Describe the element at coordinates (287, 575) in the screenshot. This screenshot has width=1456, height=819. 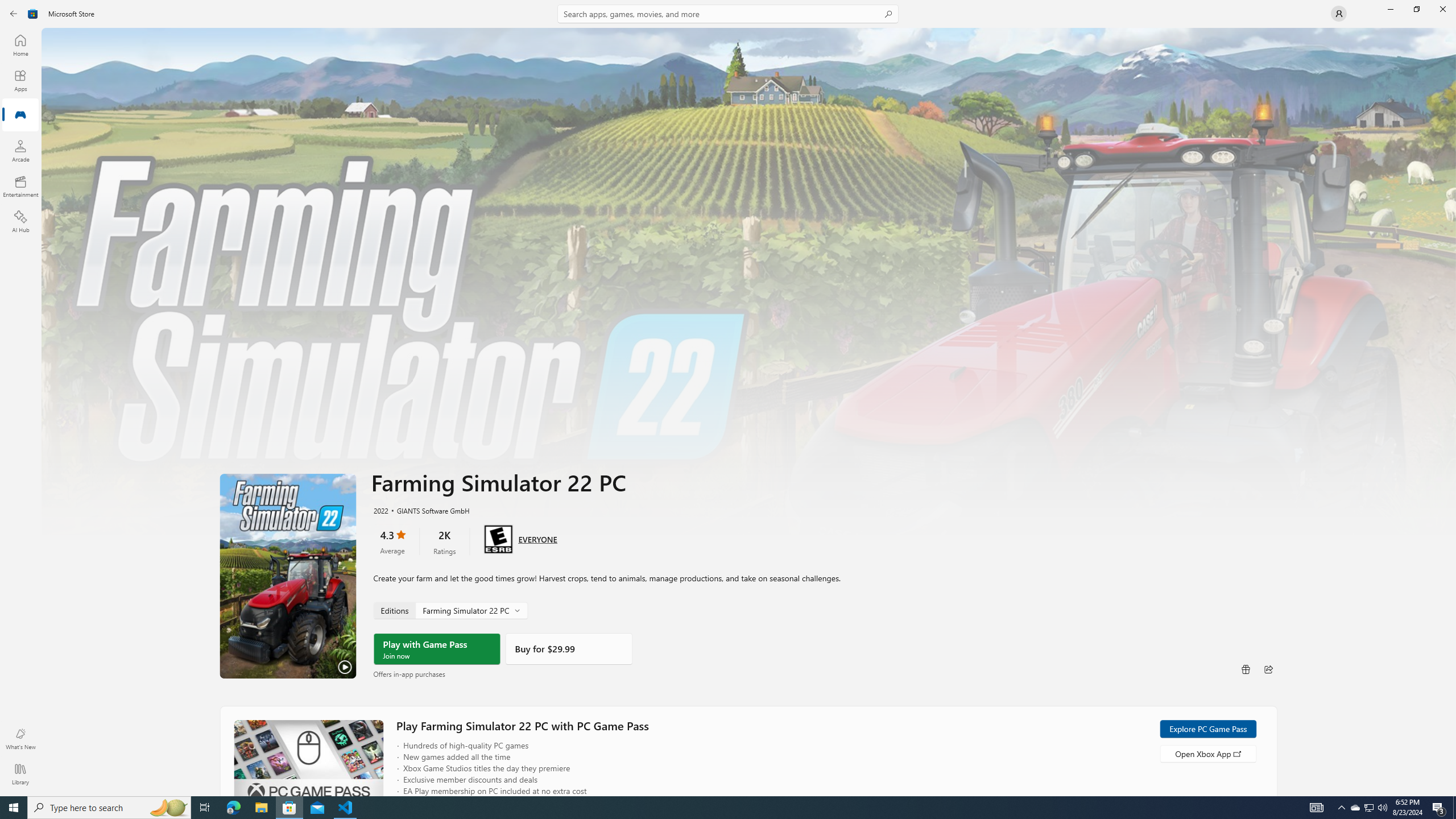
I see `'Play Trailer'` at that location.